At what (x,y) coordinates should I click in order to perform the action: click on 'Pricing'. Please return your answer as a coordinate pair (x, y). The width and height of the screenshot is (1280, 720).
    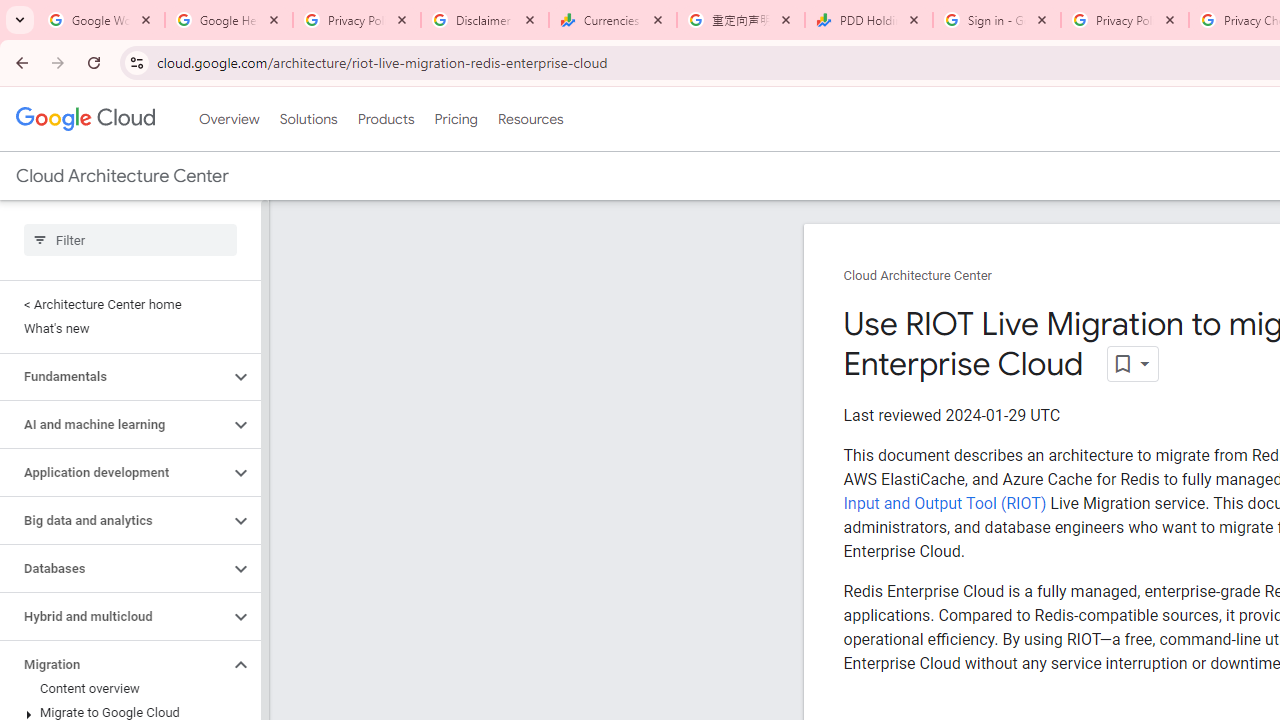
    Looking at the image, I should click on (454, 119).